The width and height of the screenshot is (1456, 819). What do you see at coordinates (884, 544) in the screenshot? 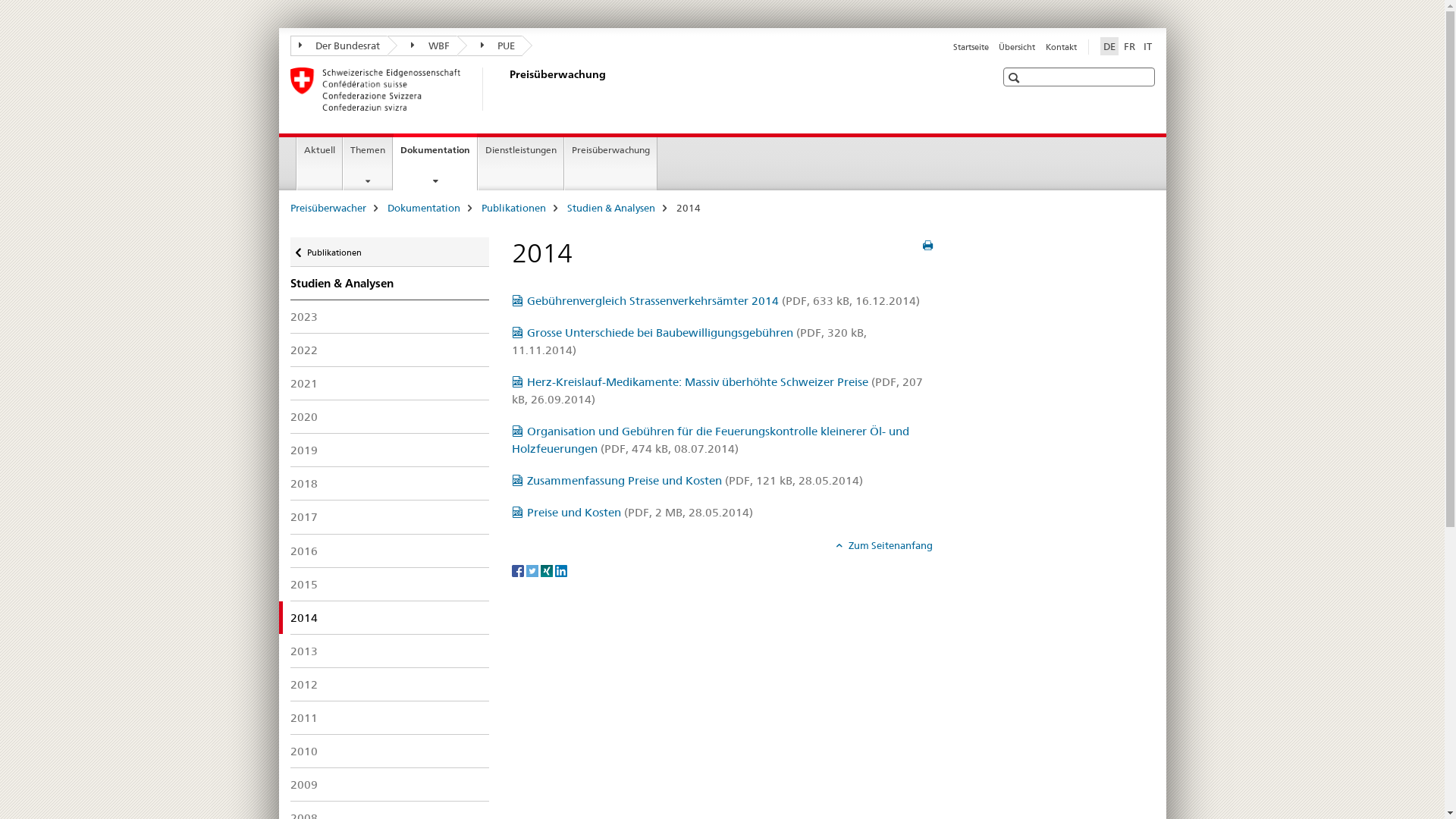
I see `'Zum Seitenanfang'` at bounding box center [884, 544].